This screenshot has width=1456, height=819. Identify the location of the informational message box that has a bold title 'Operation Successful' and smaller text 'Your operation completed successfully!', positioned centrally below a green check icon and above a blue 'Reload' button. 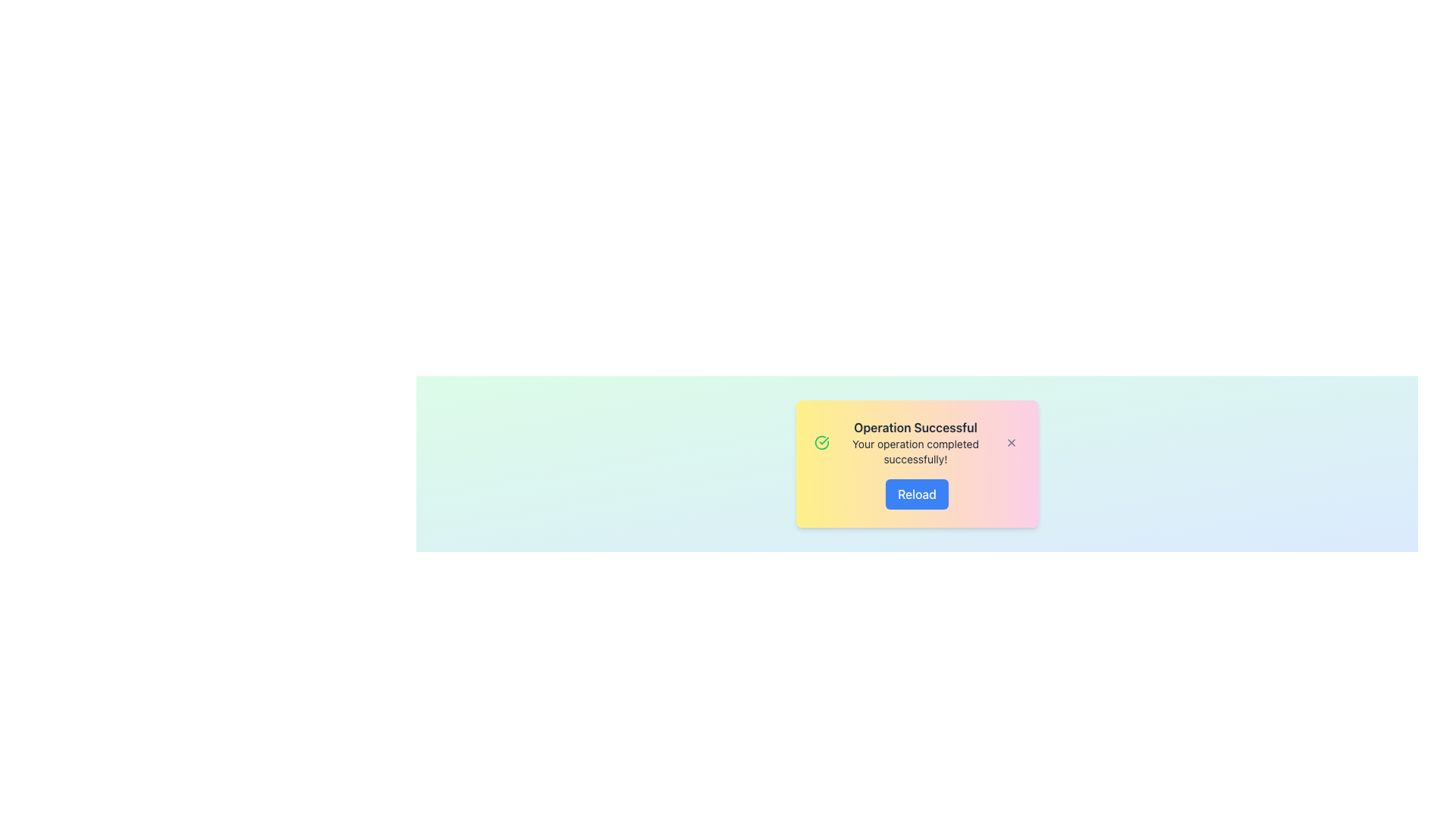
(915, 442).